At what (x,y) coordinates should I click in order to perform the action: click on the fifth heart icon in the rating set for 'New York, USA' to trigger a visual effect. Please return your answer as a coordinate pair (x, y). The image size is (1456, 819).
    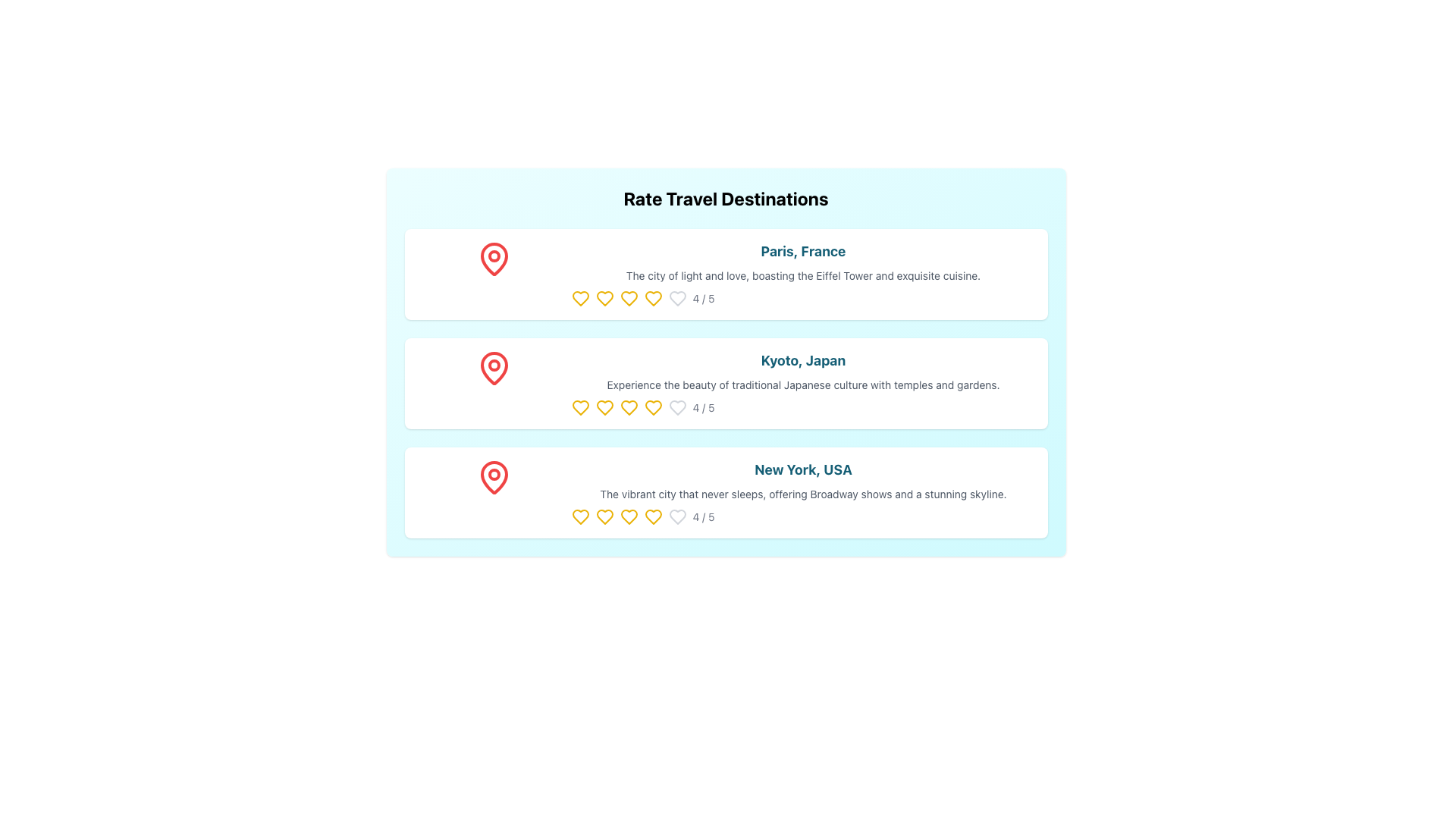
    Looking at the image, I should click on (629, 516).